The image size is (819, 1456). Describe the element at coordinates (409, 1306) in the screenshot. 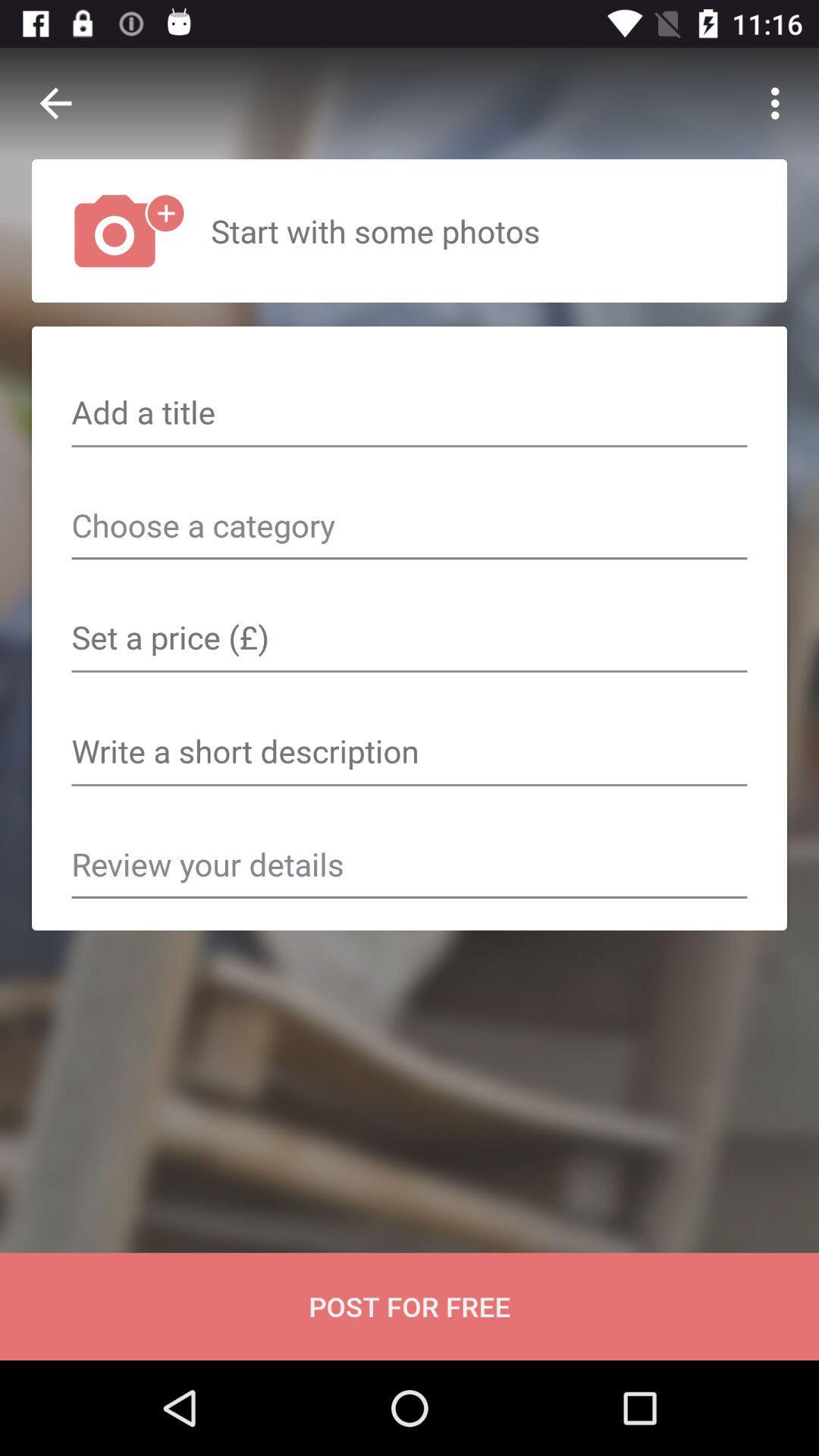

I see `the post for free` at that location.